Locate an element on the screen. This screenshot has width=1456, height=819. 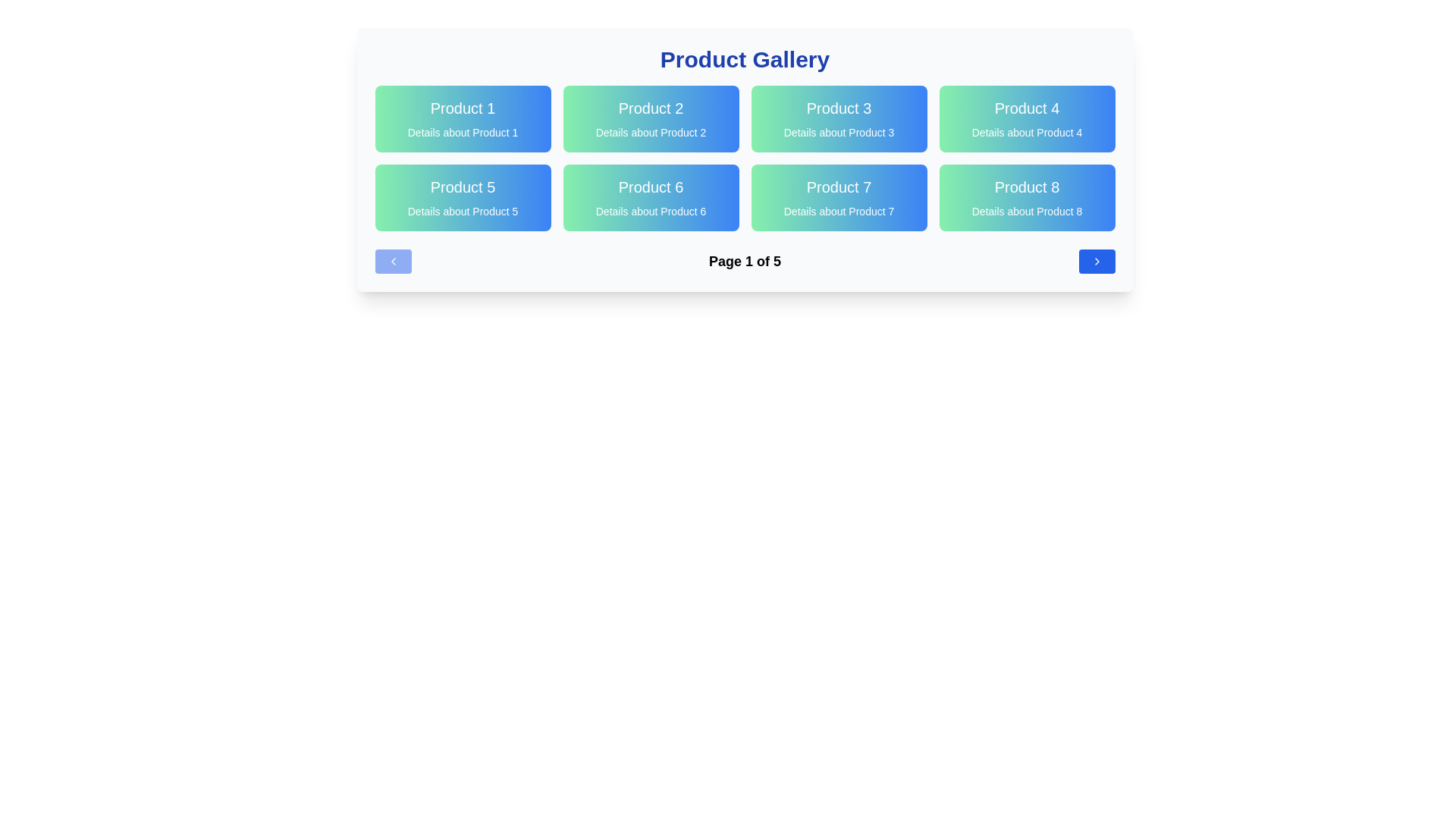
the text label providing details about 'Product 7', located at the bottom of the product card in the second row, third column of the grid layout is located at coordinates (838, 211).